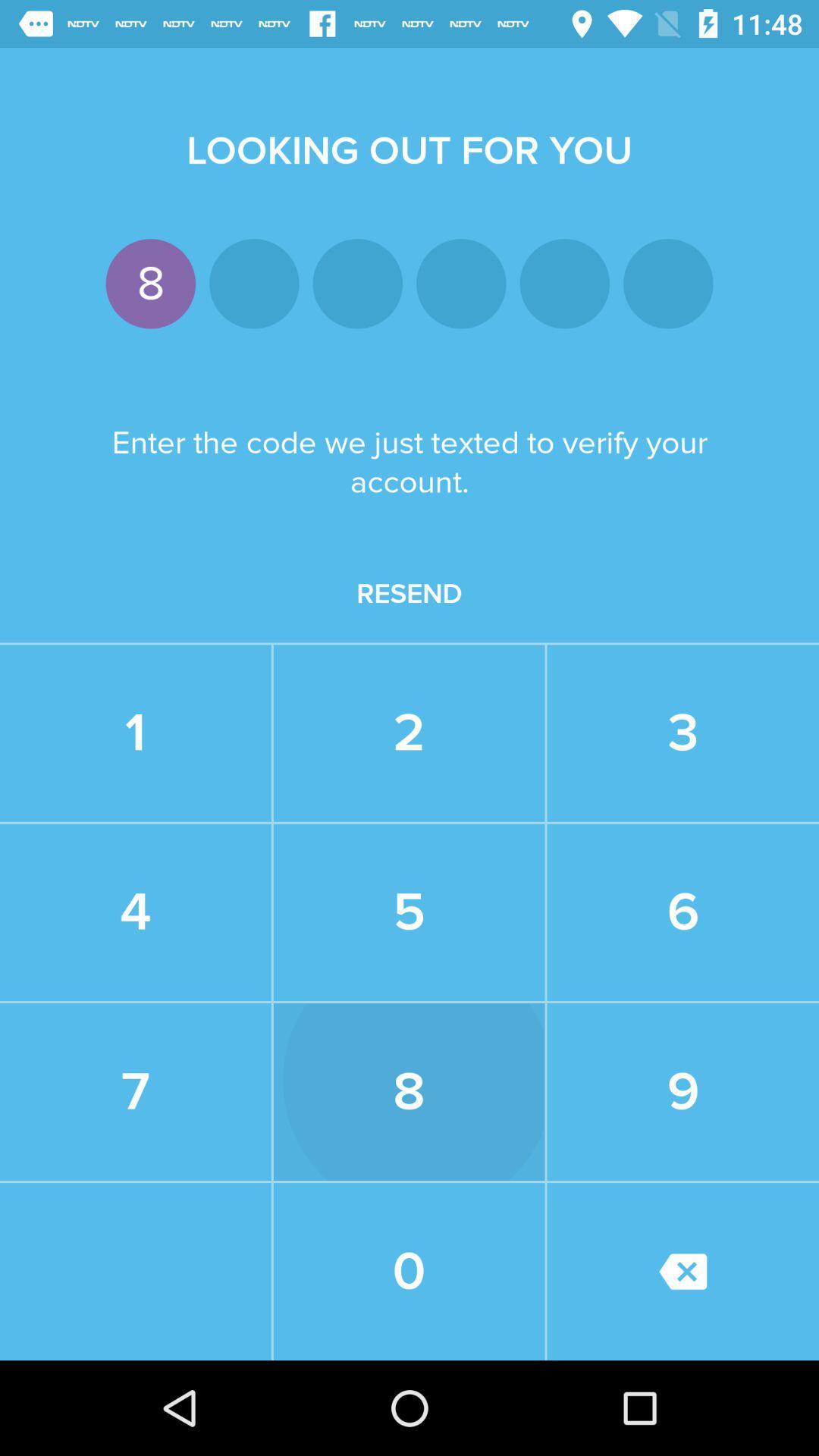  I want to click on 9, so click(683, 1092).